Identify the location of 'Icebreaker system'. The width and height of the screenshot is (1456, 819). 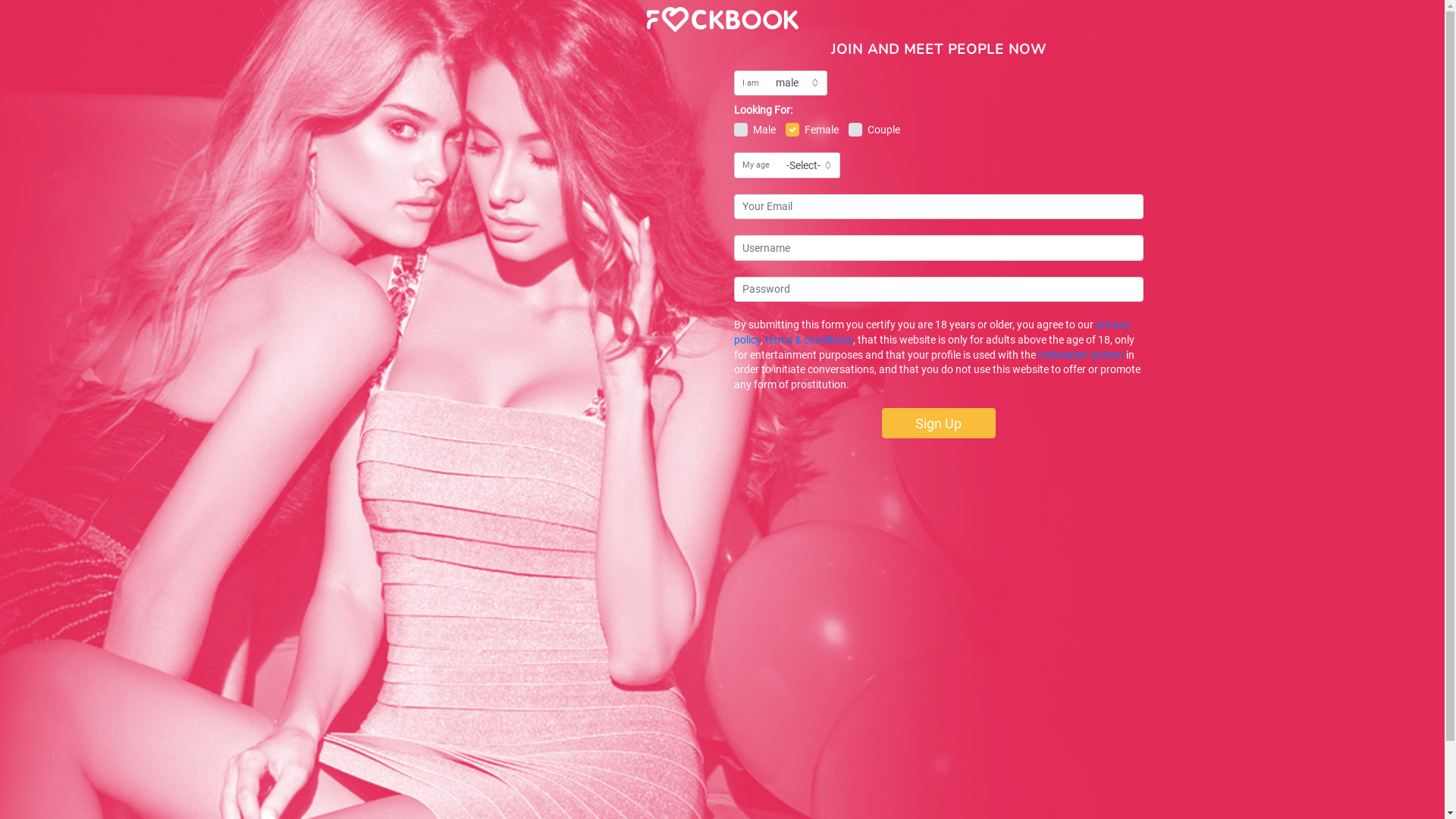
(1037, 354).